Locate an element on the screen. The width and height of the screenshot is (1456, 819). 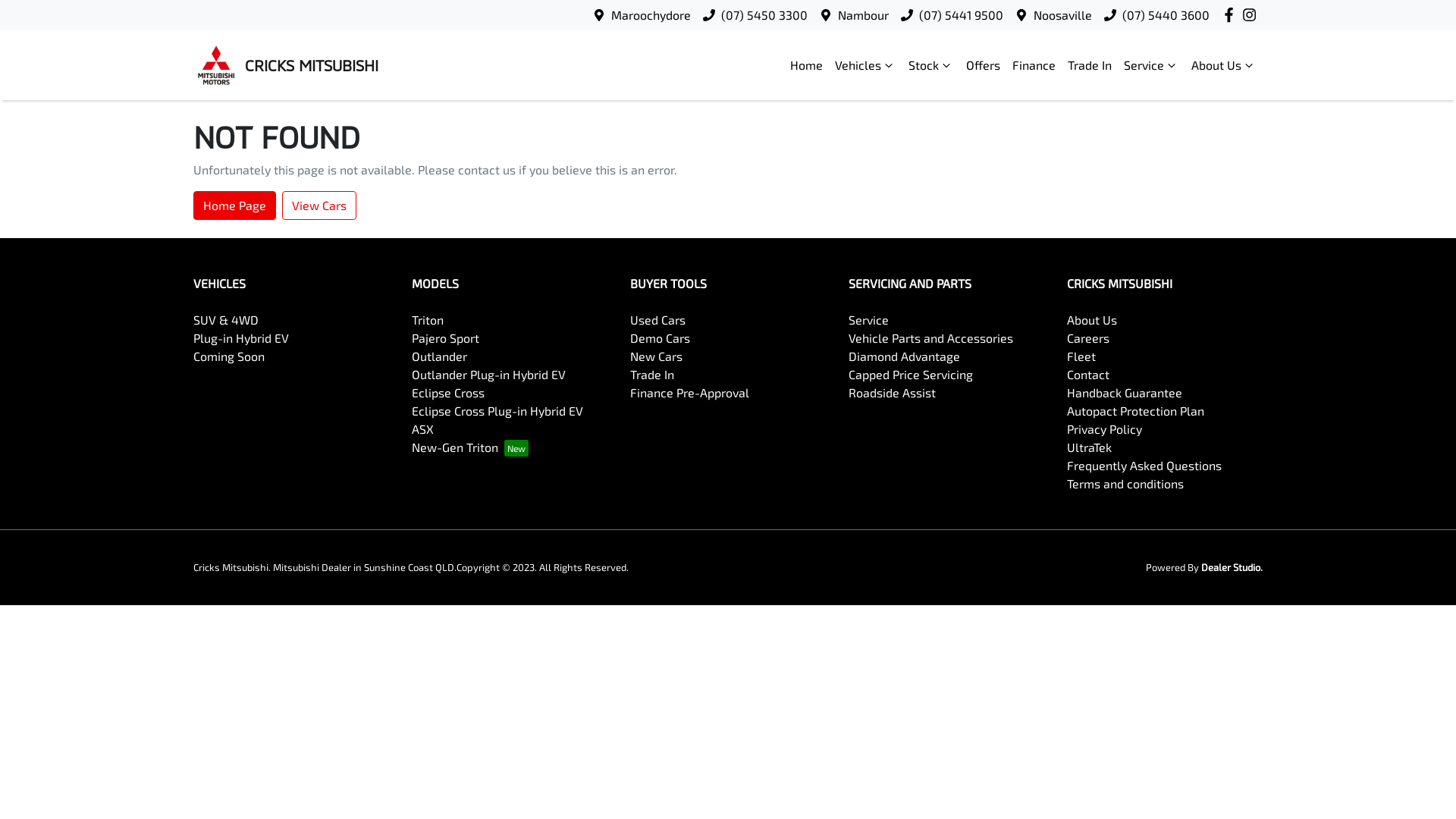
'SUV & 4WD' is located at coordinates (224, 318).